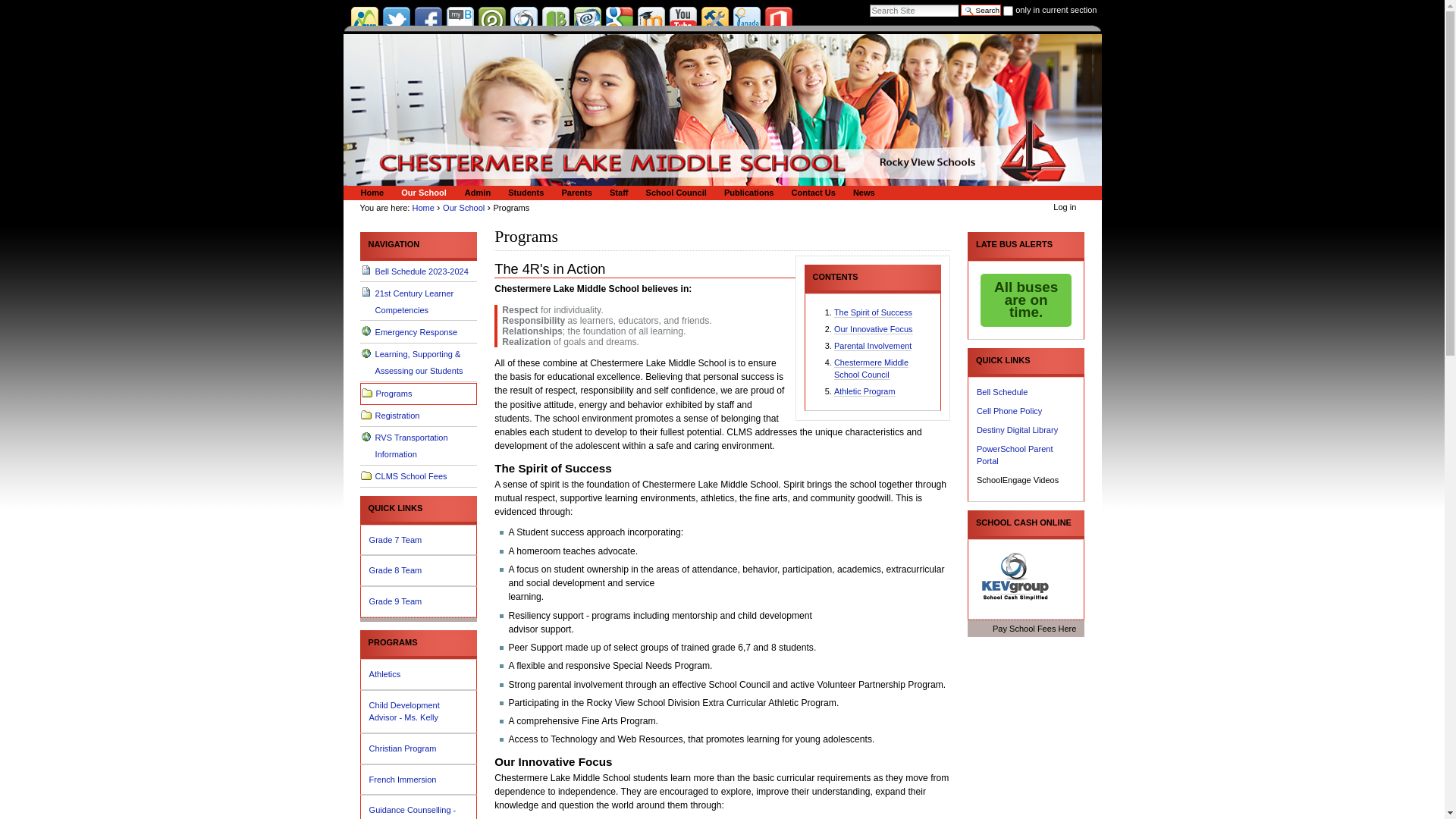 Image resolution: width=1456 pixels, height=819 pixels. What do you see at coordinates (419, 301) in the screenshot?
I see `'21st Century Learner Competencies'` at bounding box center [419, 301].